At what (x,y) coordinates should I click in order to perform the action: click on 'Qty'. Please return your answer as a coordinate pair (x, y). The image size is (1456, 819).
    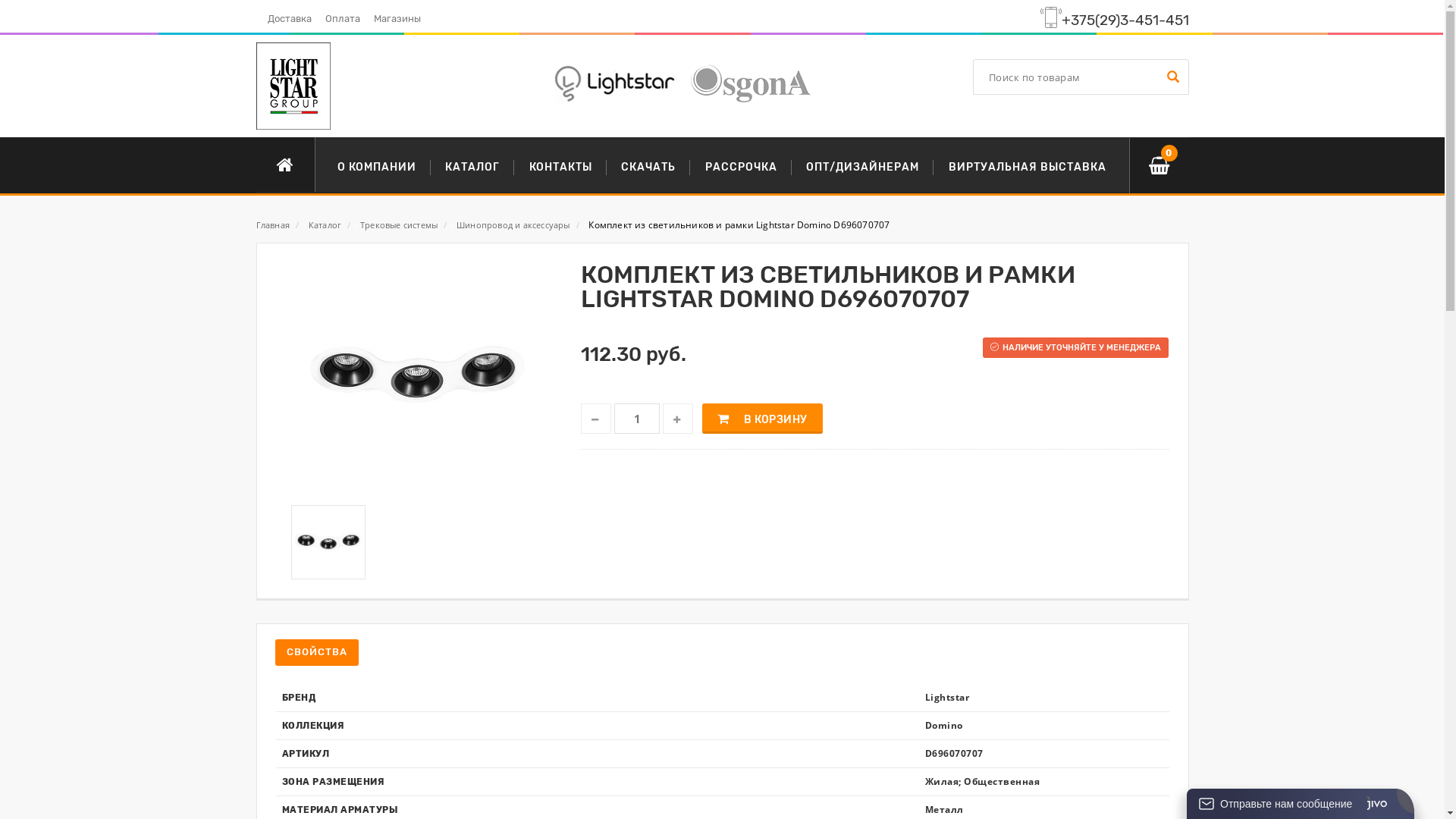
    Looking at the image, I should click on (637, 418).